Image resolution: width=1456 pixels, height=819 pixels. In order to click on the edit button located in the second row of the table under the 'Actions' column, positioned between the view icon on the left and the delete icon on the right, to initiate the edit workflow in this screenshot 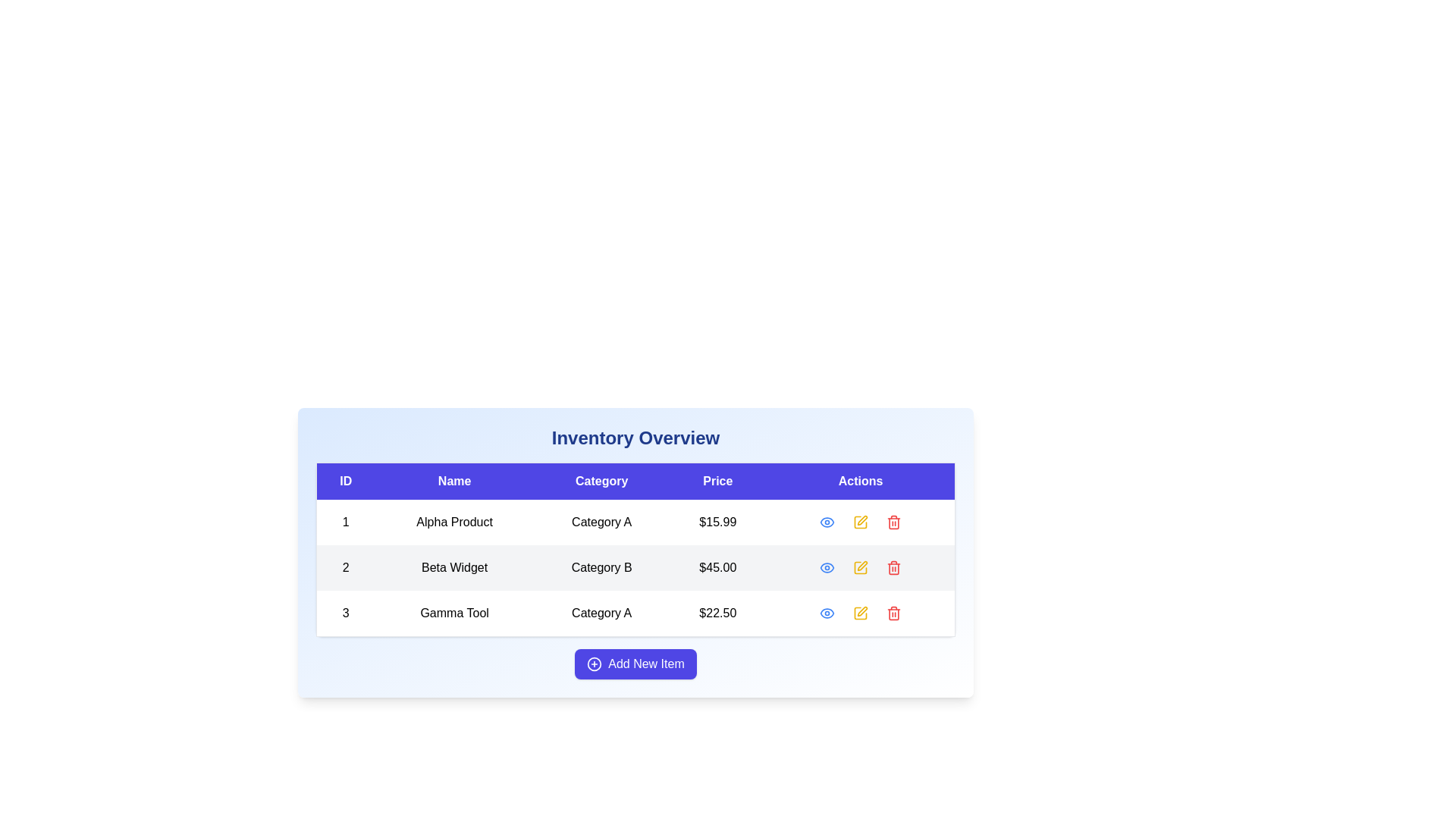, I will do `click(862, 566)`.